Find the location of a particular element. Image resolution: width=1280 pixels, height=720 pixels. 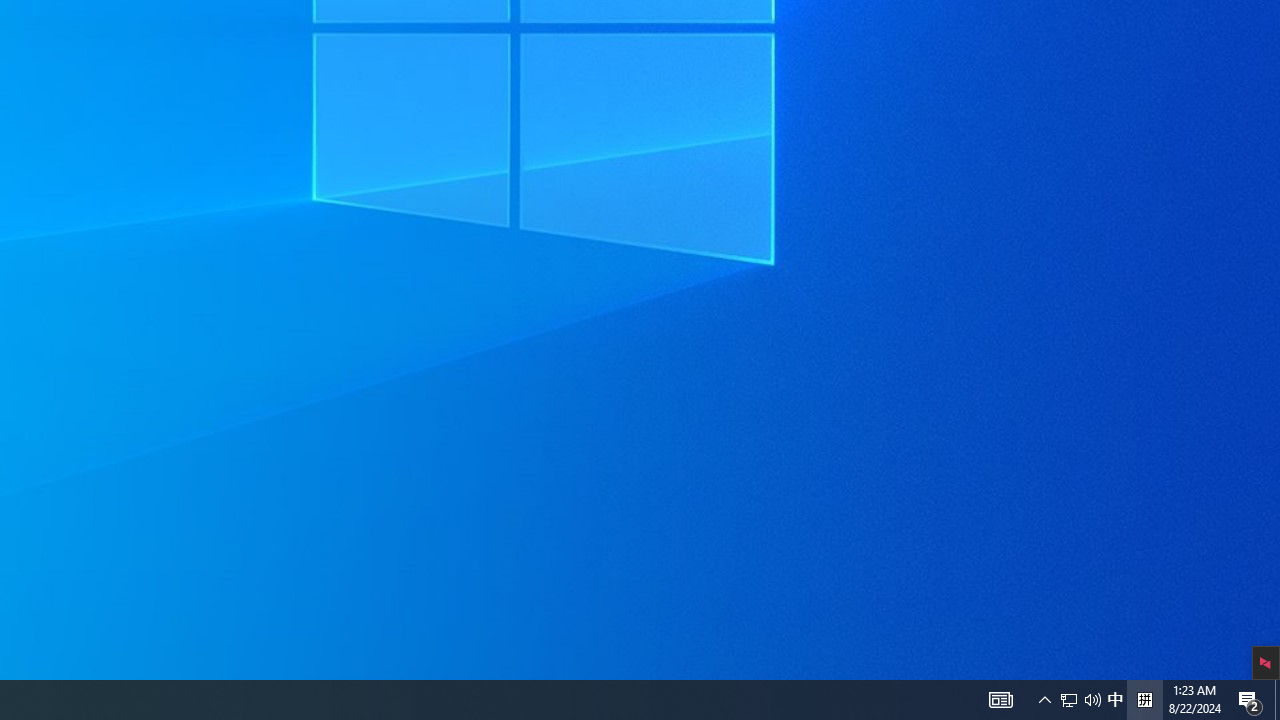

'AutomationID: 4105' is located at coordinates (1000, 698).